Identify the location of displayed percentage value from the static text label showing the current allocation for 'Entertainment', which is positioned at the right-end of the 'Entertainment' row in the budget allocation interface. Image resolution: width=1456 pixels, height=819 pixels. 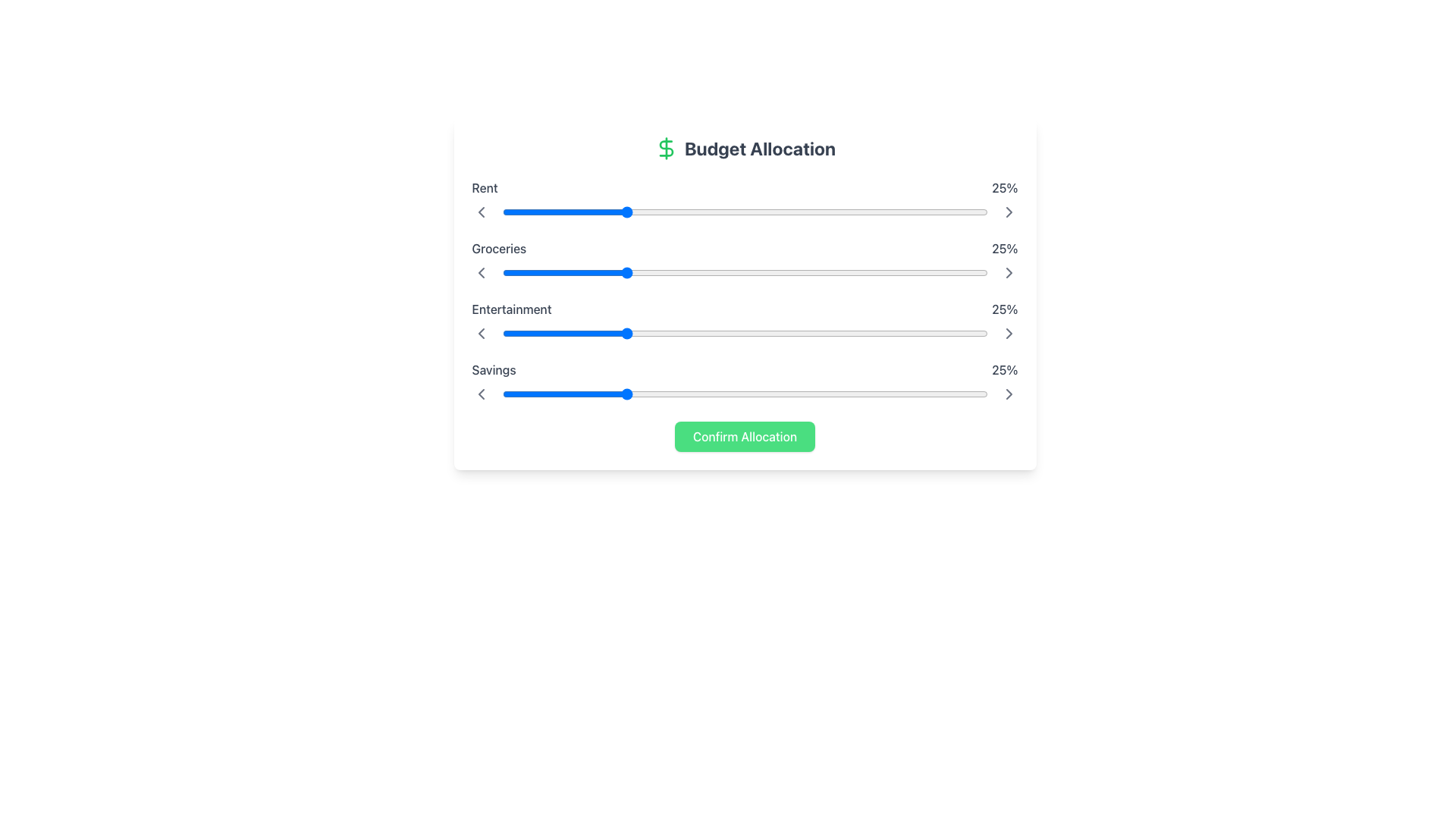
(1005, 309).